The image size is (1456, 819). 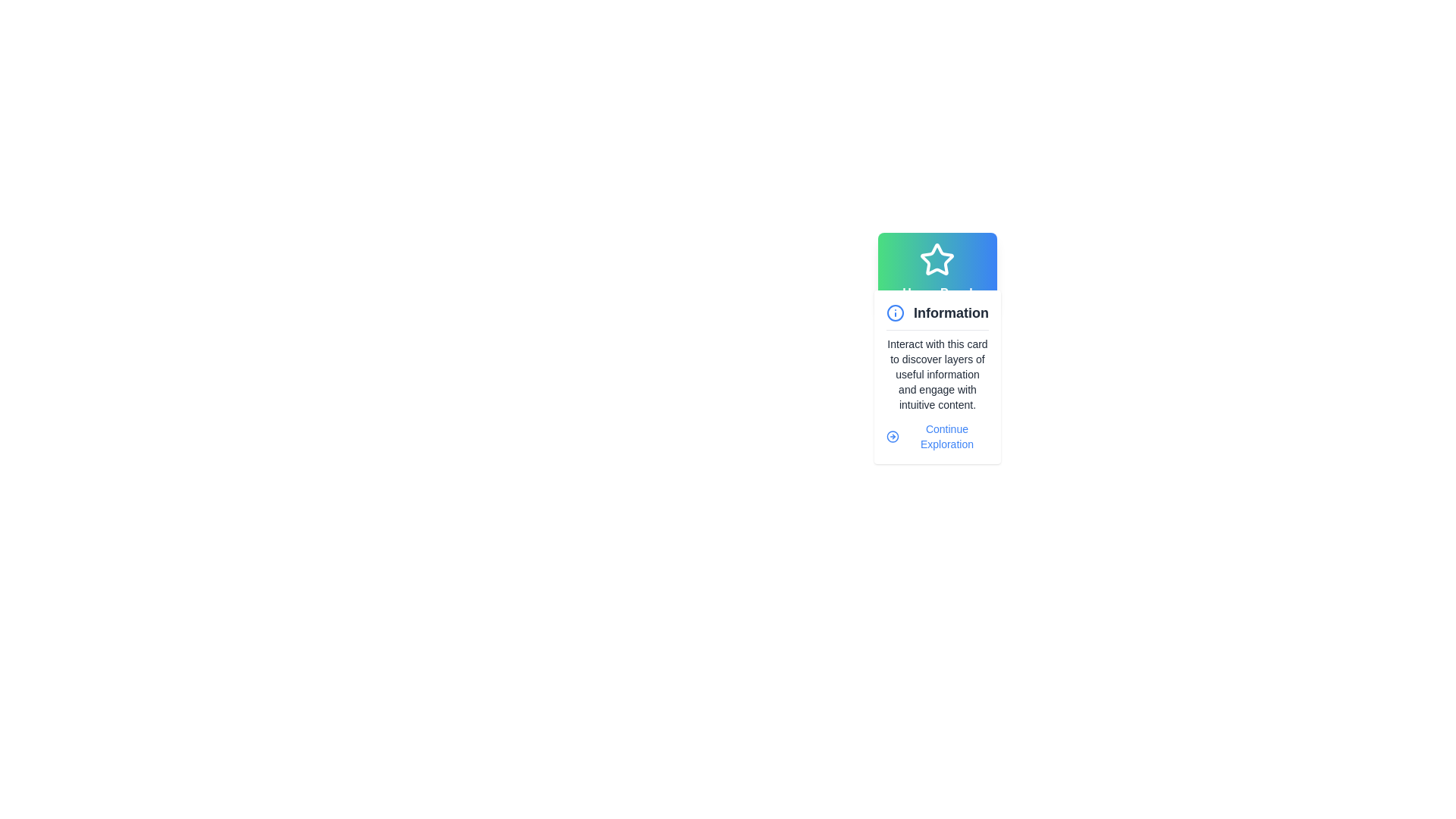 What do you see at coordinates (937, 271) in the screenshot?
I see `the rectangular card with a gradient background transitioning from green to blue, featuring a white outline of a star icon and the text 'Hover Panel' written in bold font` at bounding box center [937, 271].